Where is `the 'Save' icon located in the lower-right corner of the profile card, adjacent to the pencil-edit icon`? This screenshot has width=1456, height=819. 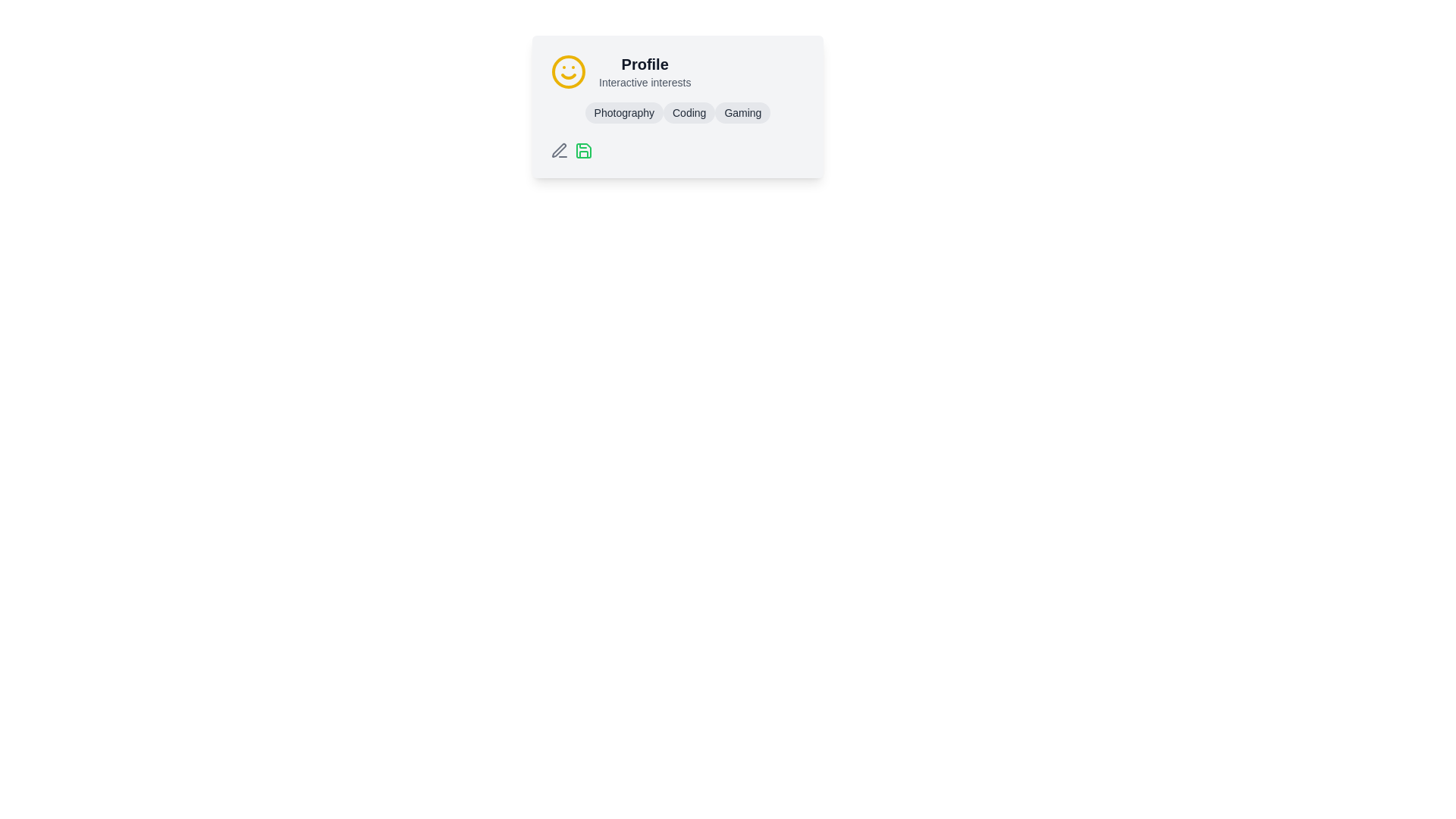
the 'Save' icon located in the lower-right corner of the profile card, adjacent to the pencil-edit icon is located at coordinates (582, 151).